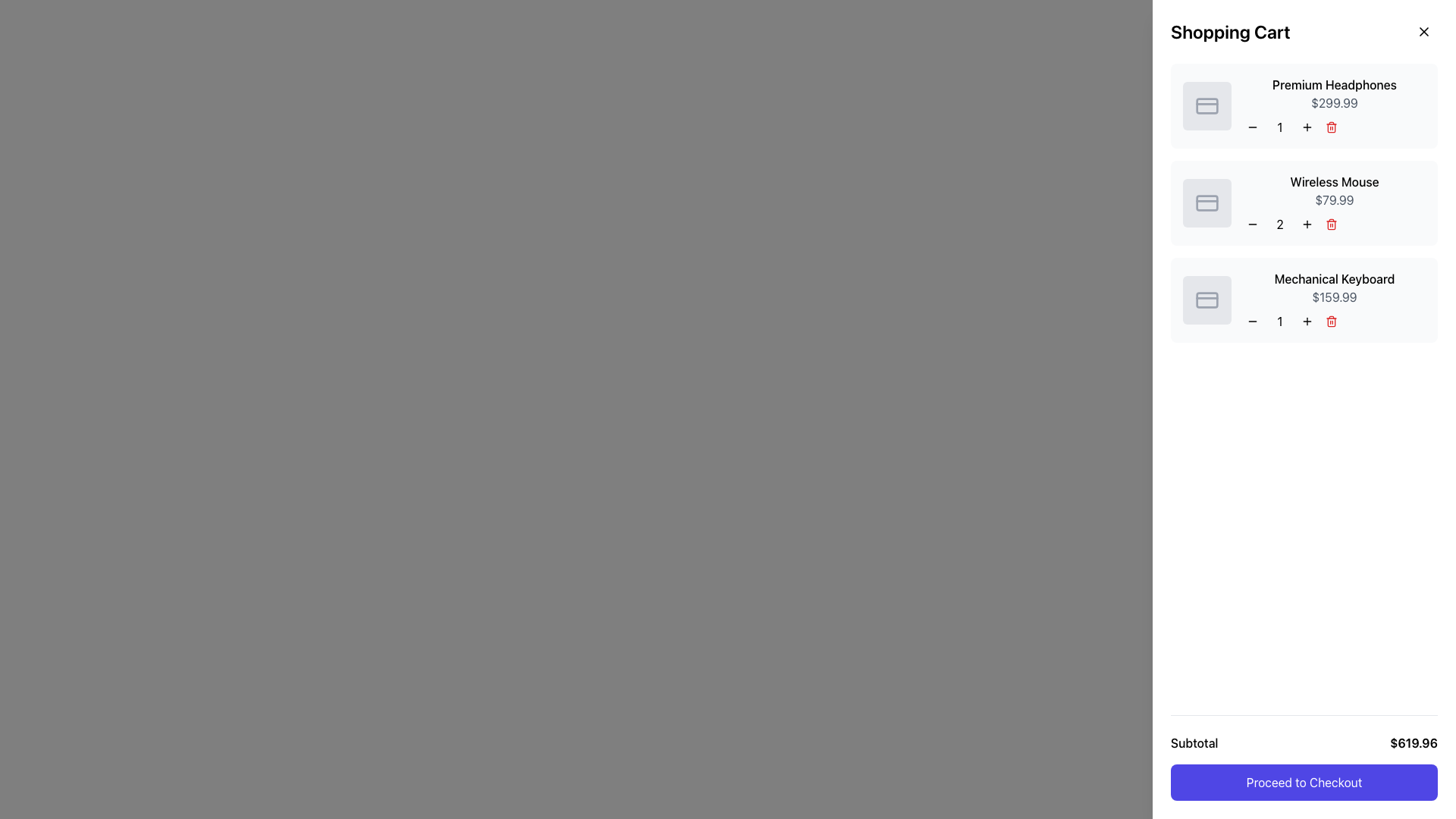  Describe the element at coordinates (1331, 224) in the screenshot. I see `the small red trash can icon button for item removal located adjacent to the quantity controls of the 'Wireless Mouse' in the shopping cart` at that location.